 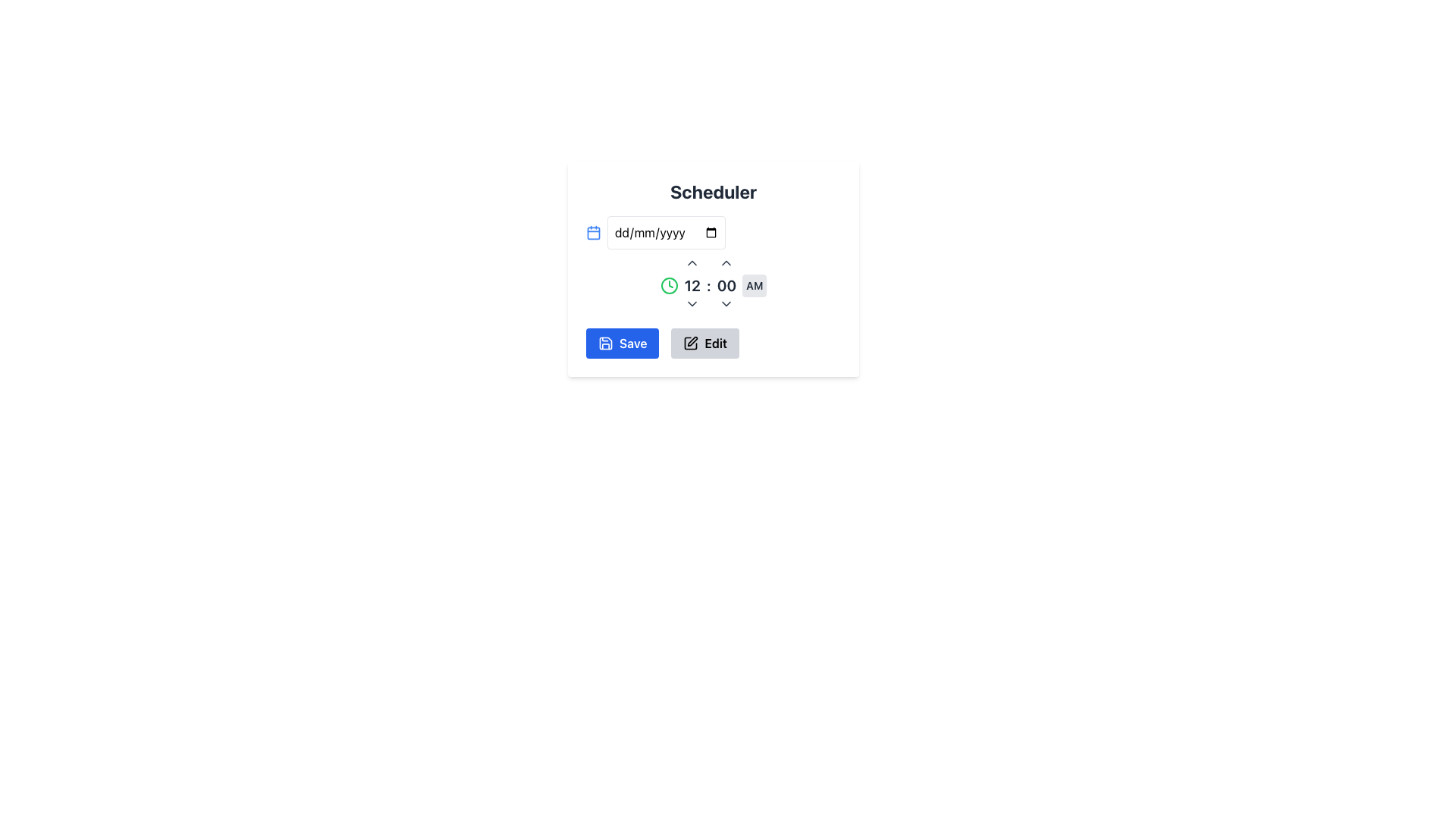 I want to click on the bold, centered text display showing '00' in large dark gray font, located in the middle row of the control structure of the time picker setup, so click(x=726, y=286).